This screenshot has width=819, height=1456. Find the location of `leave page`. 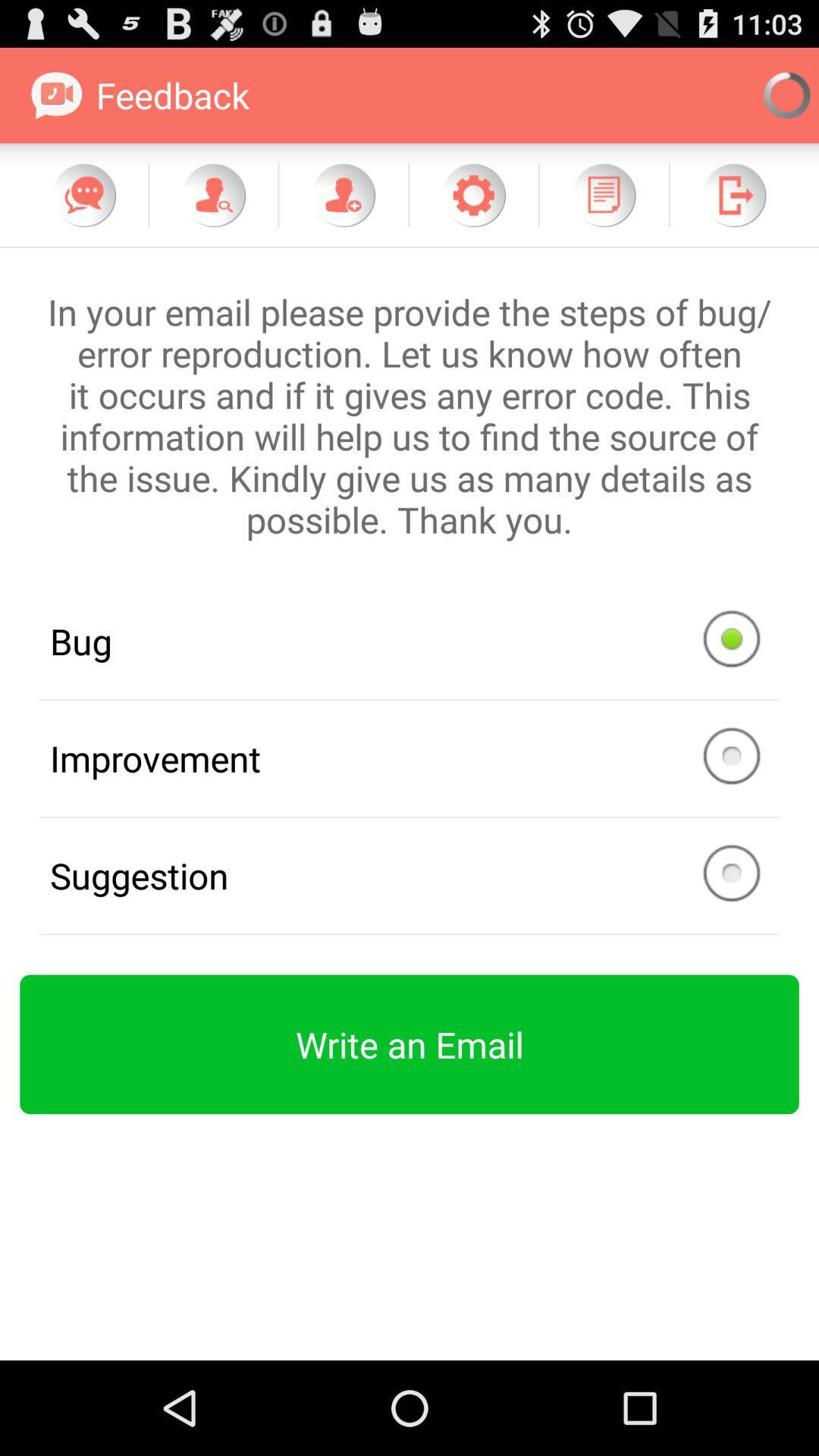

leave page is located at coordinates (733, 194).